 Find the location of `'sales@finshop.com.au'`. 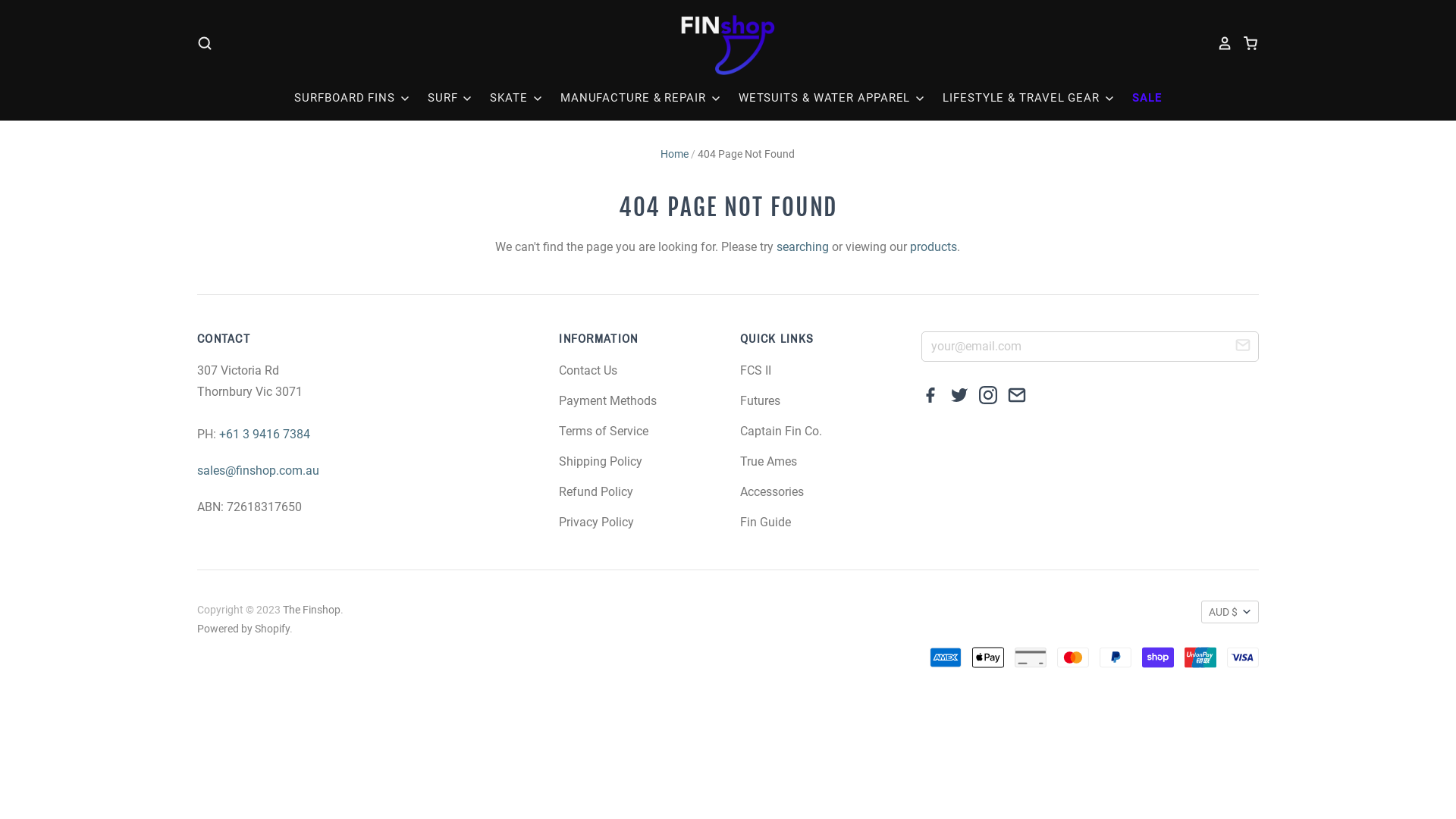

'sales@finshop.com.au' is located at coordinates (258, 469).